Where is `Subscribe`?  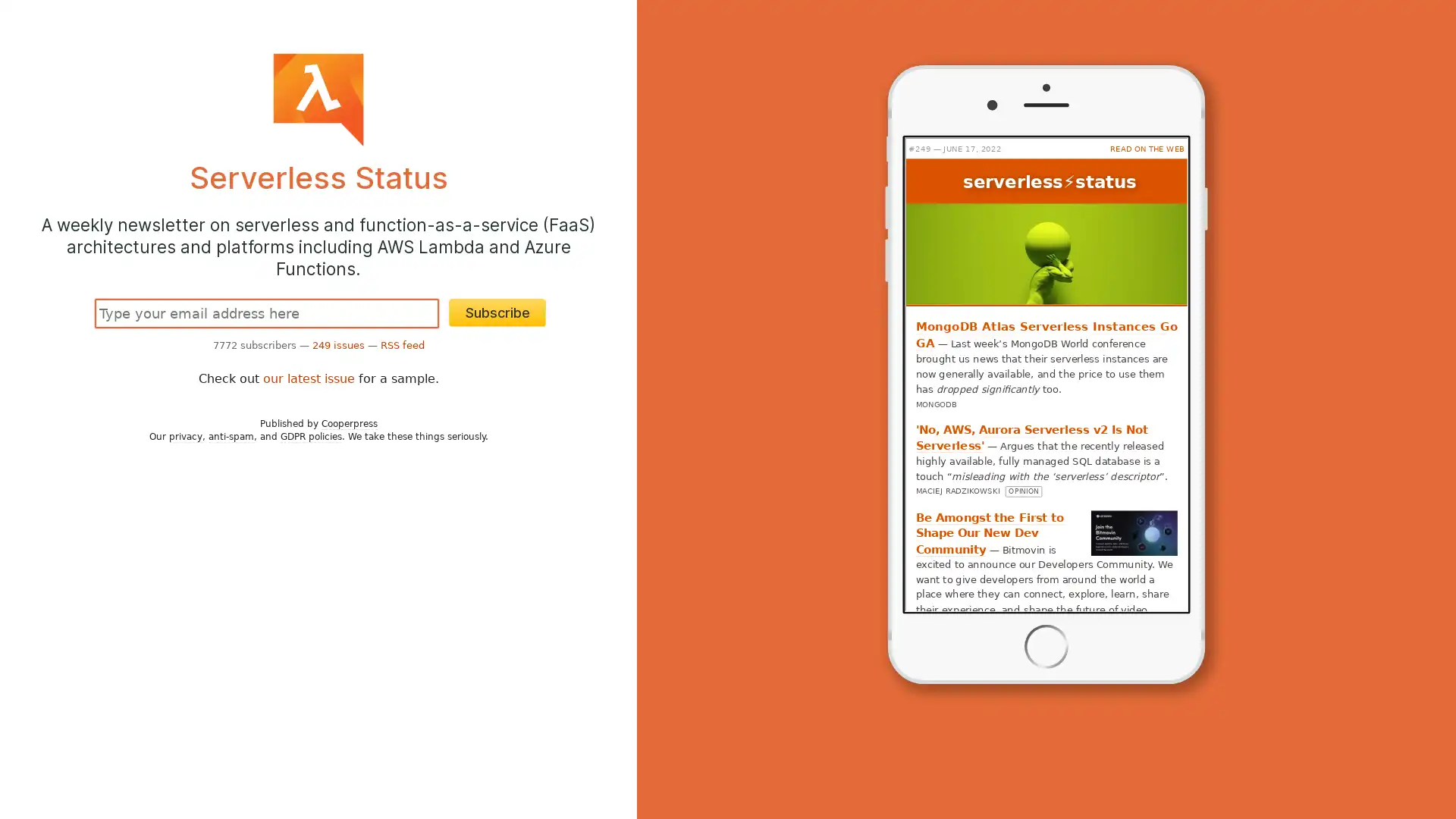 Subscribe is located at coordinates (497, 311).